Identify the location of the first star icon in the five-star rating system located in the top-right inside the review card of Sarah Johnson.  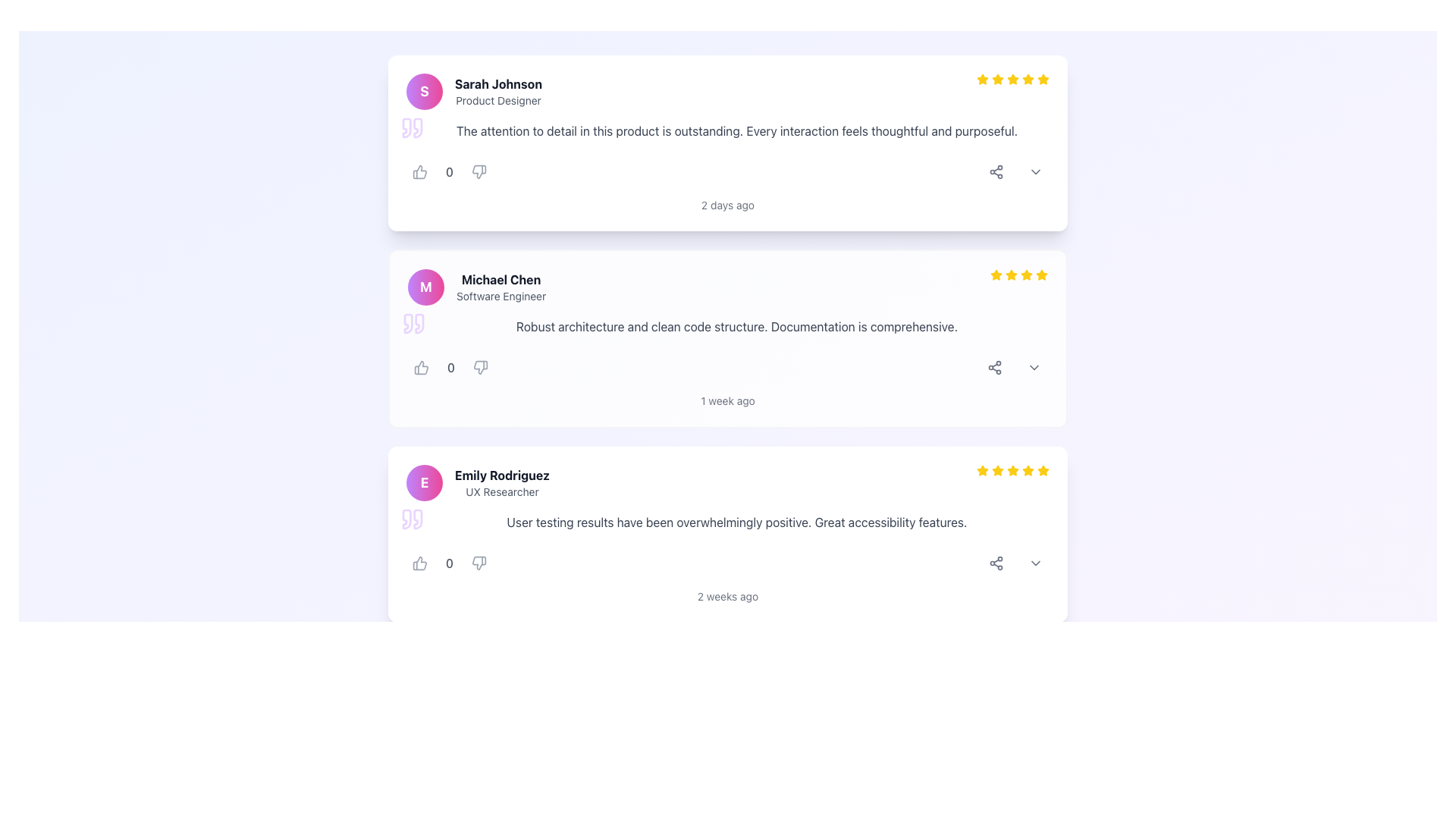
(982, 79).